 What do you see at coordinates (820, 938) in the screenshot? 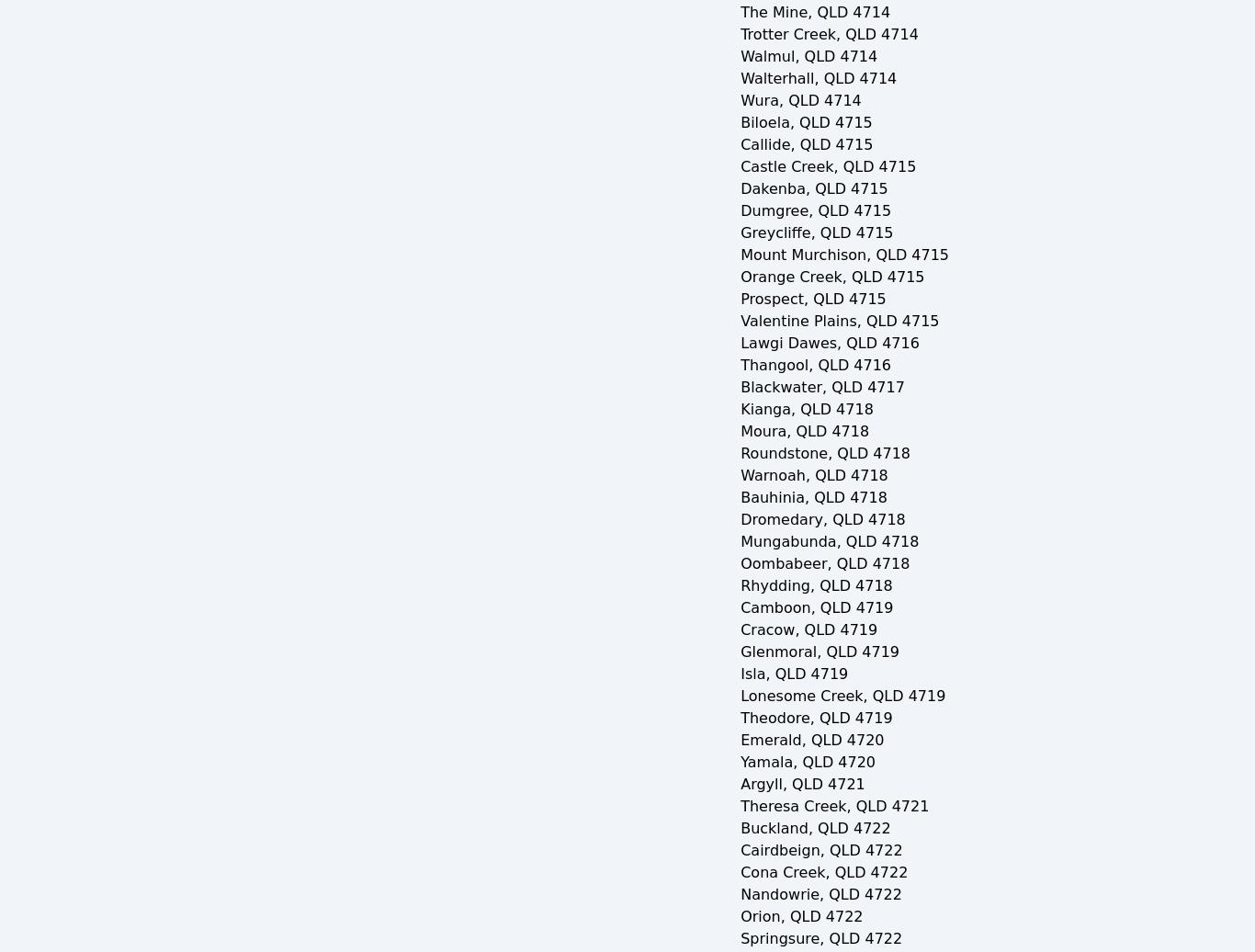
I see `'Springsure, QLD 4722'` at bounding box center [820, 938].